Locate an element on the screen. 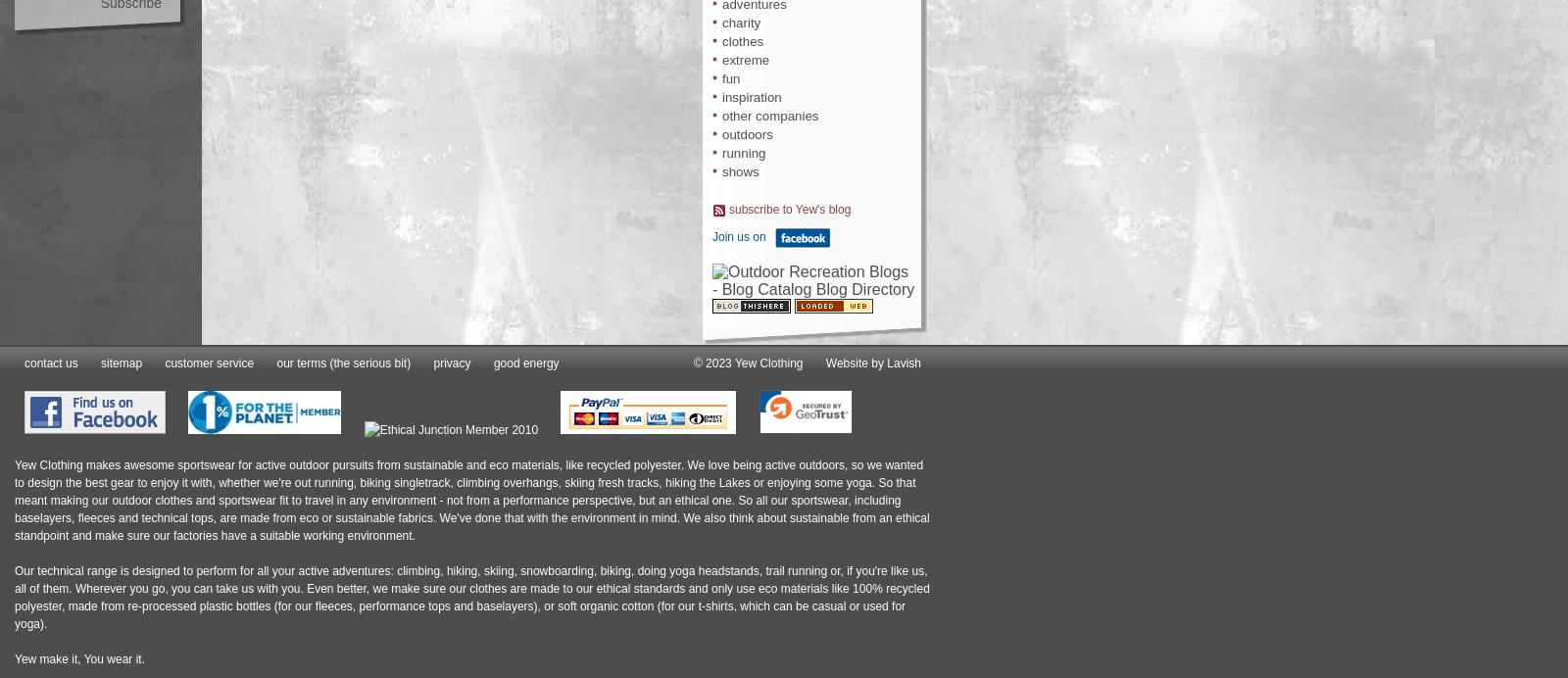  'shows' is located at coordinates (740, 171).